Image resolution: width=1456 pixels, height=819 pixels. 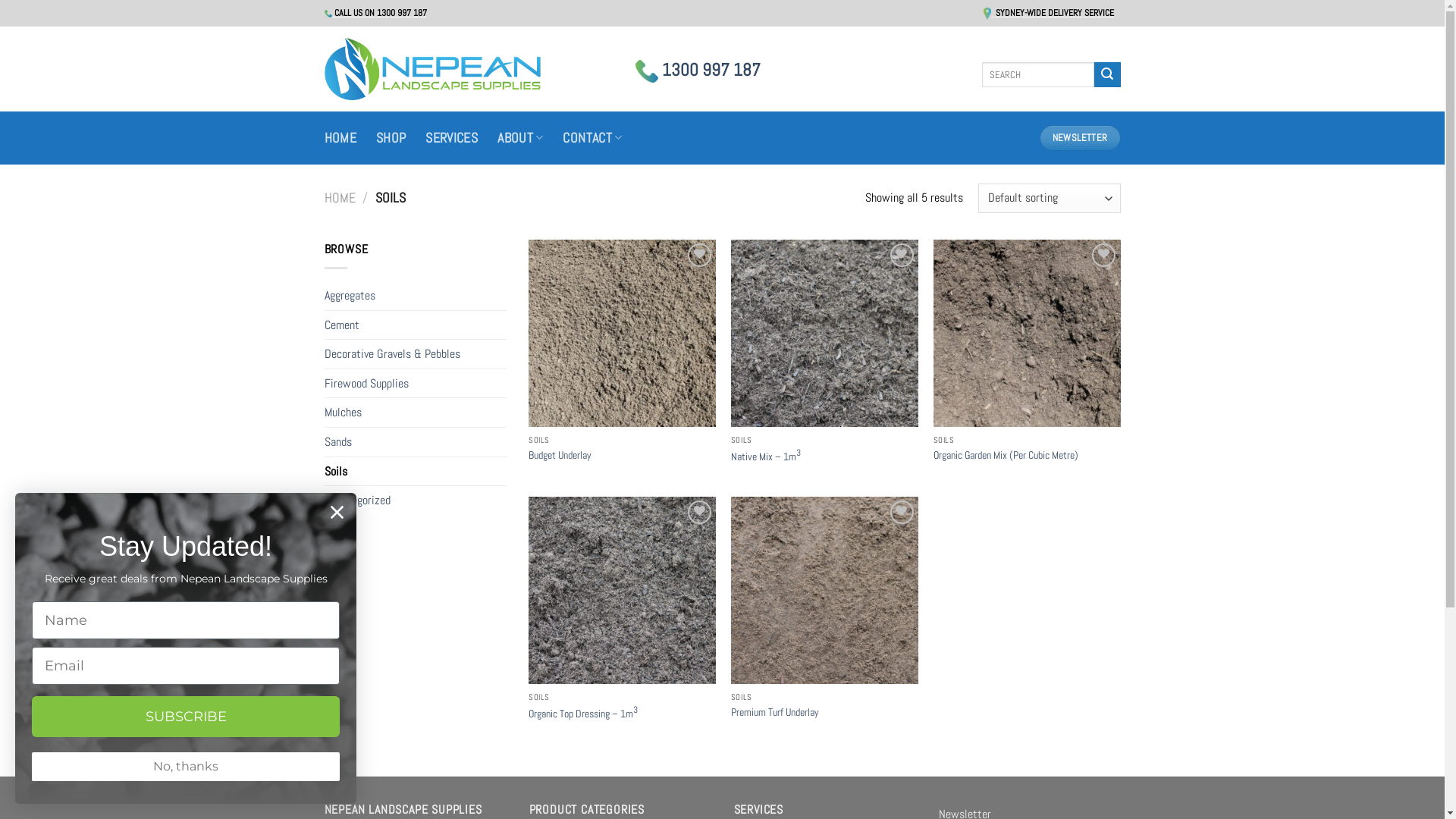 I want to click on 'Uncategorized', so click(x=415, y=500).